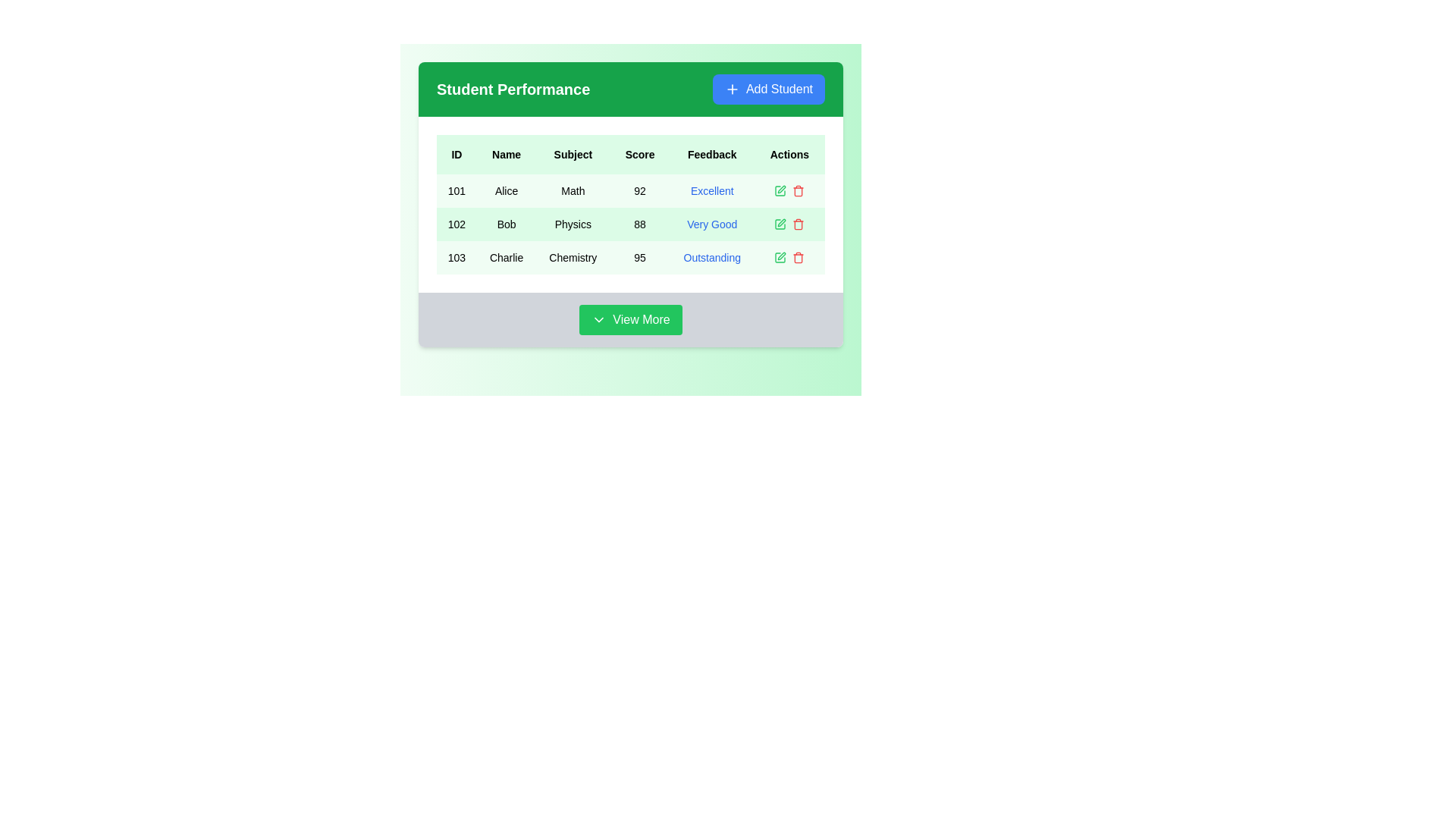 This screenshot has height=819, width=1456. Describe the element at coordinates (798, 190) in the screenshot. I see `the small red trash bin icon located in the 'Actions' column of the first row under 'Student Performance'` at that location.